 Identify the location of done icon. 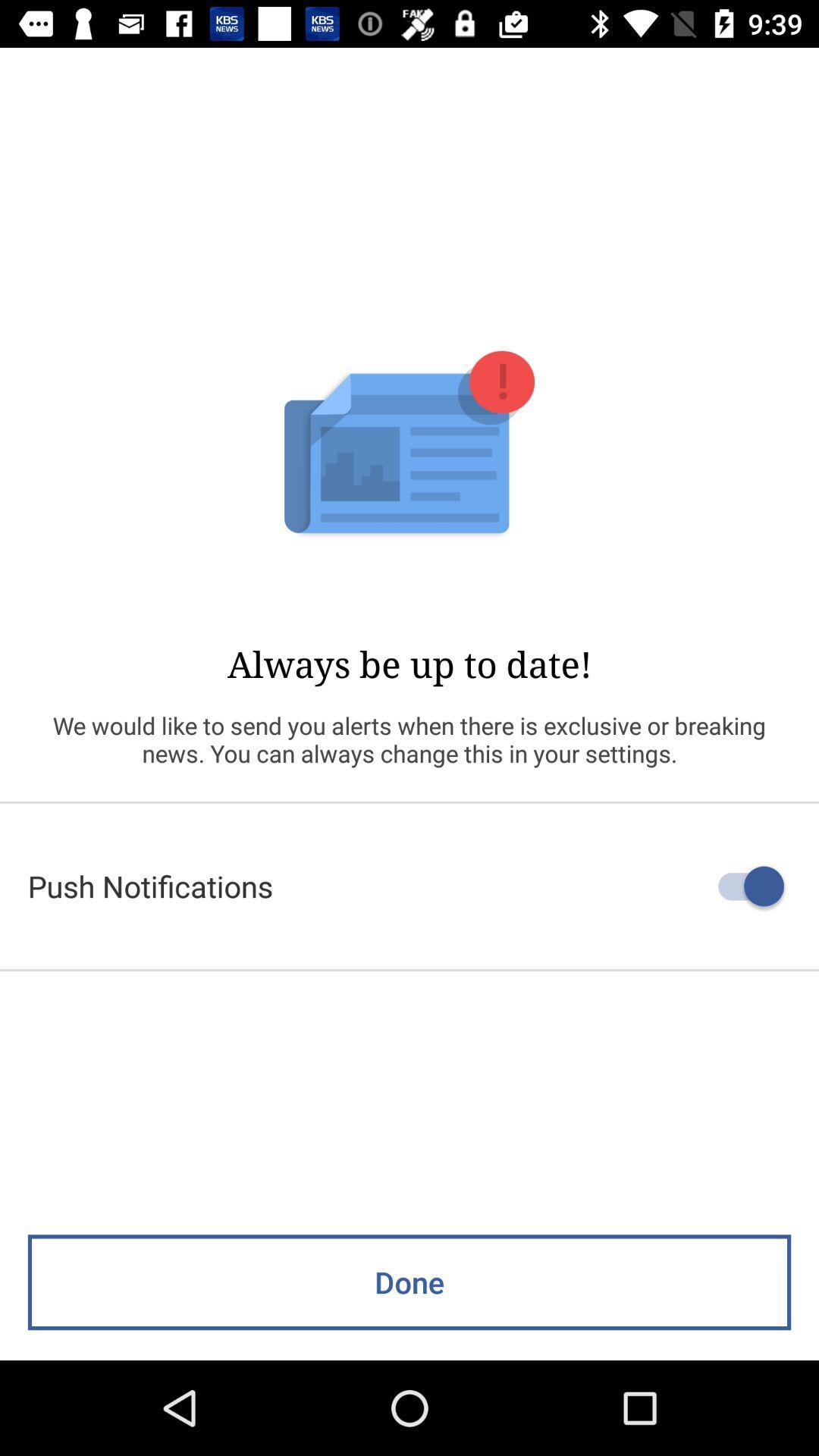
(409, 1282).